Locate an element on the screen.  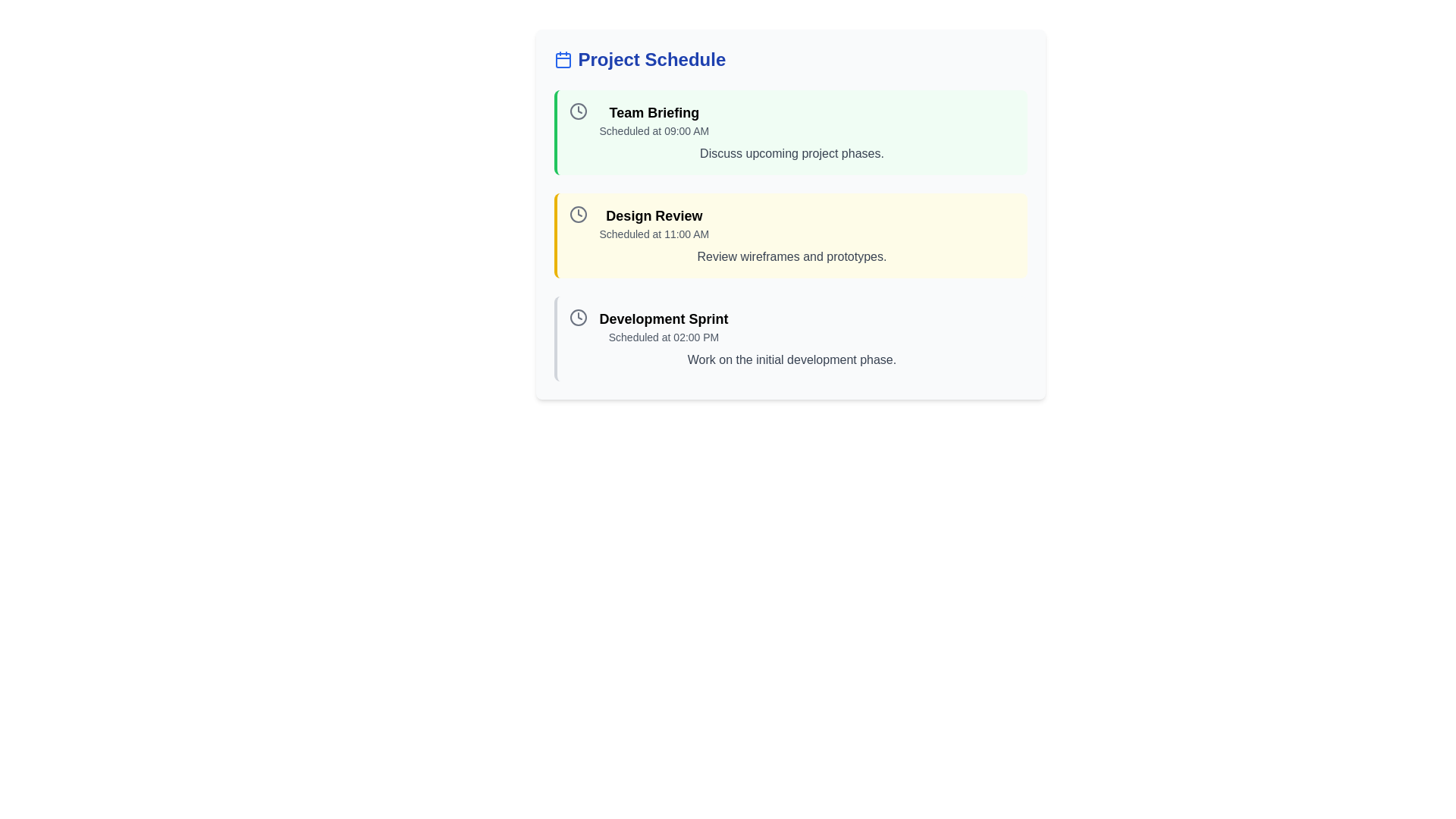
the Information card titled 'Team Briefing' which has a light green background and a bold left border in green is located at coordinates (789, 131).